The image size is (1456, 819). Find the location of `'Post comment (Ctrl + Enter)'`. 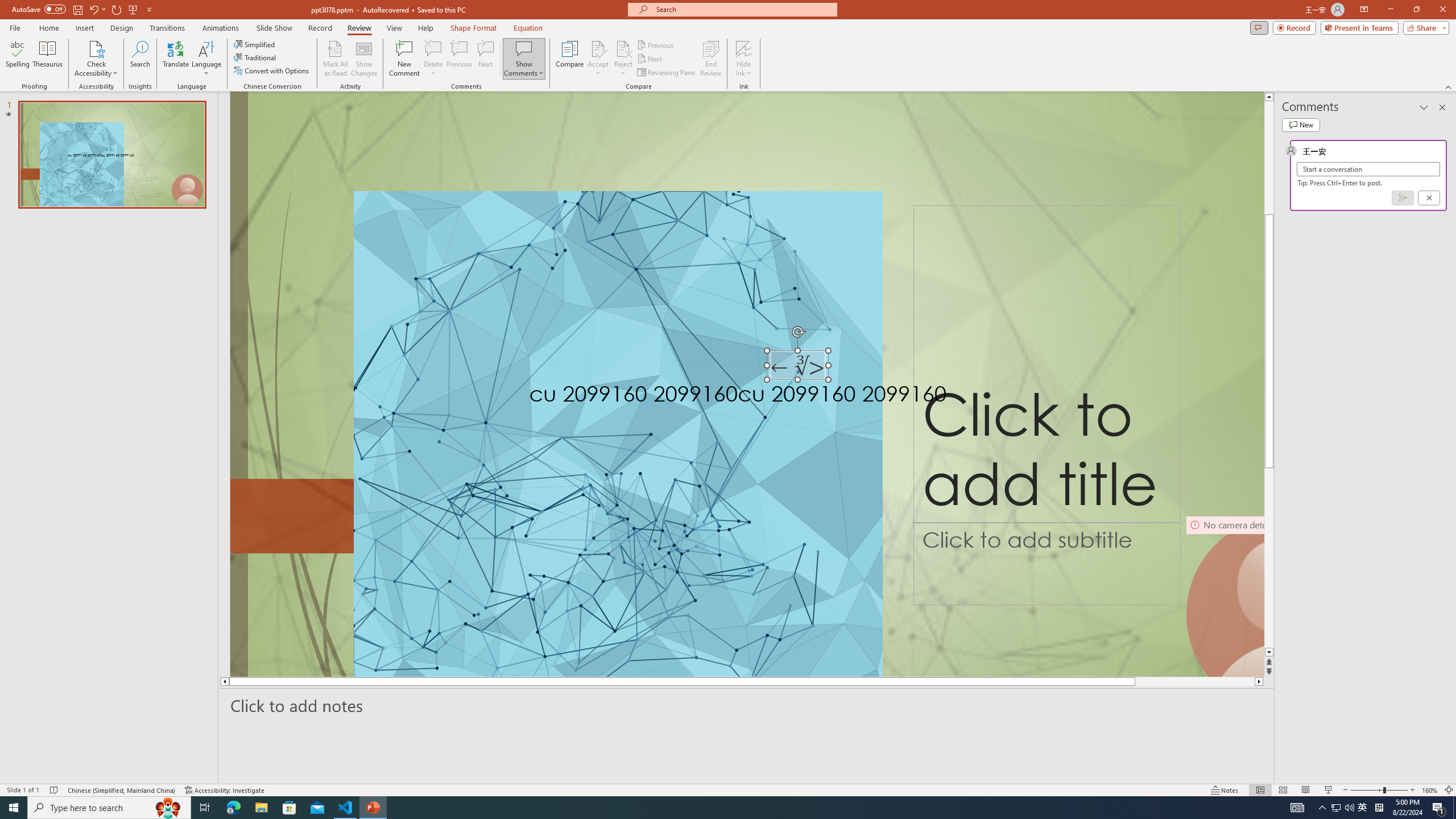

'Post comment (Ctrl + Enter)' is located at coordinates (1403, 198).